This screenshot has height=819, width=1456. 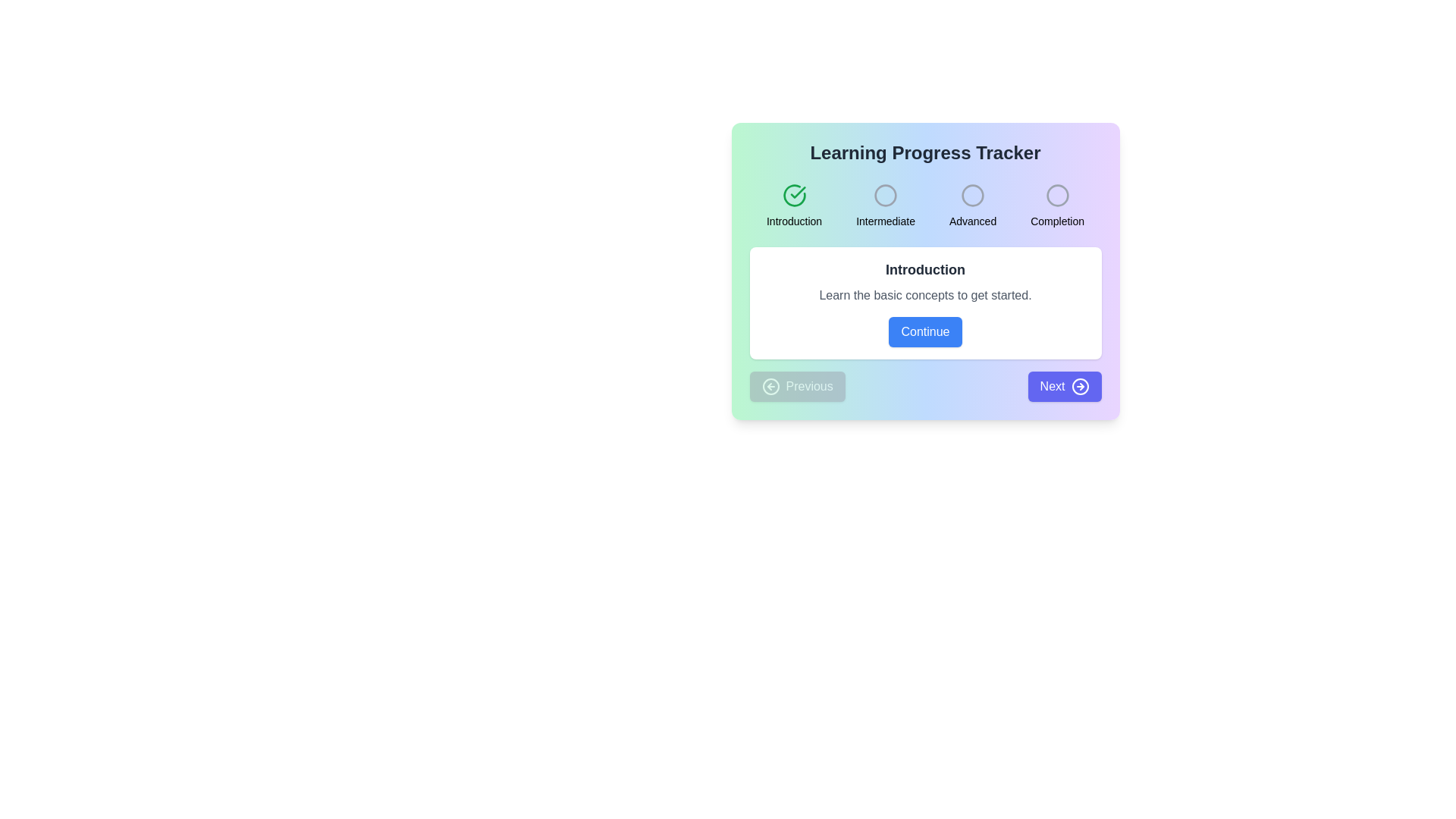 I want to click on the circular UI indicator with a gray border located above the 'Advanced' label in the 'Learning Progress Tracker' interface, specifically the third circle in a sequence of four, so click(x=973, y=195).